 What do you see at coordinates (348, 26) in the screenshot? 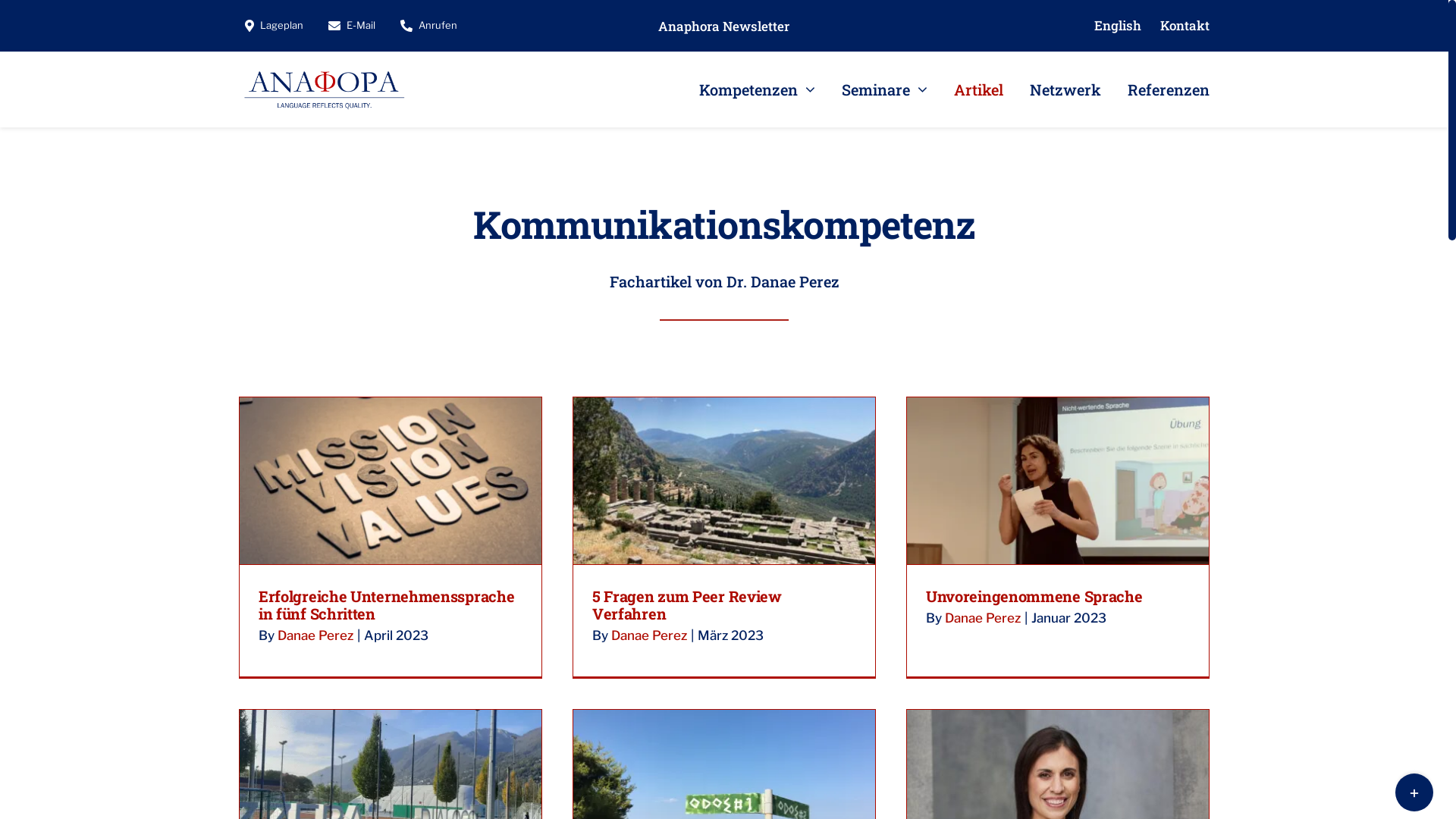
I see `'E-Mail'` at bounding box center [348, 26].